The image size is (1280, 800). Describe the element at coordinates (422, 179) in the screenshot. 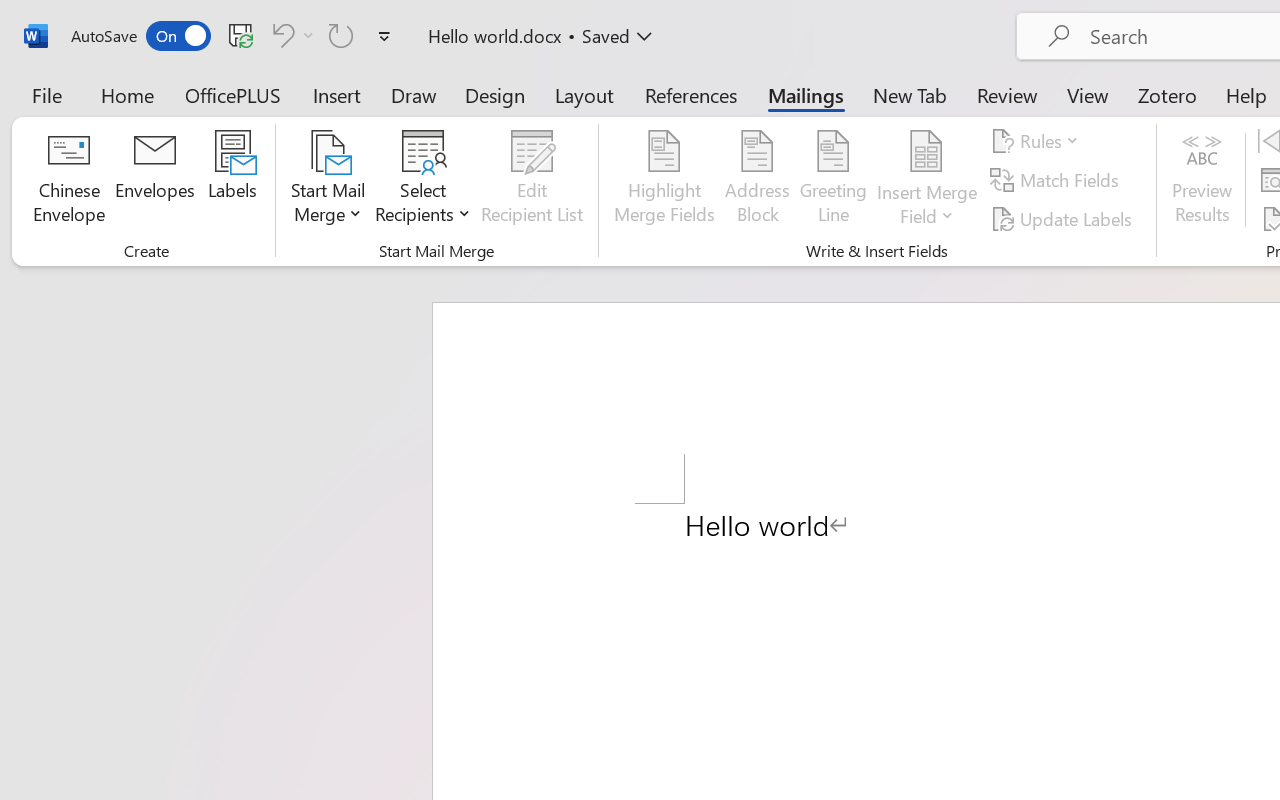

I see `'Select Recipients'` at that location.